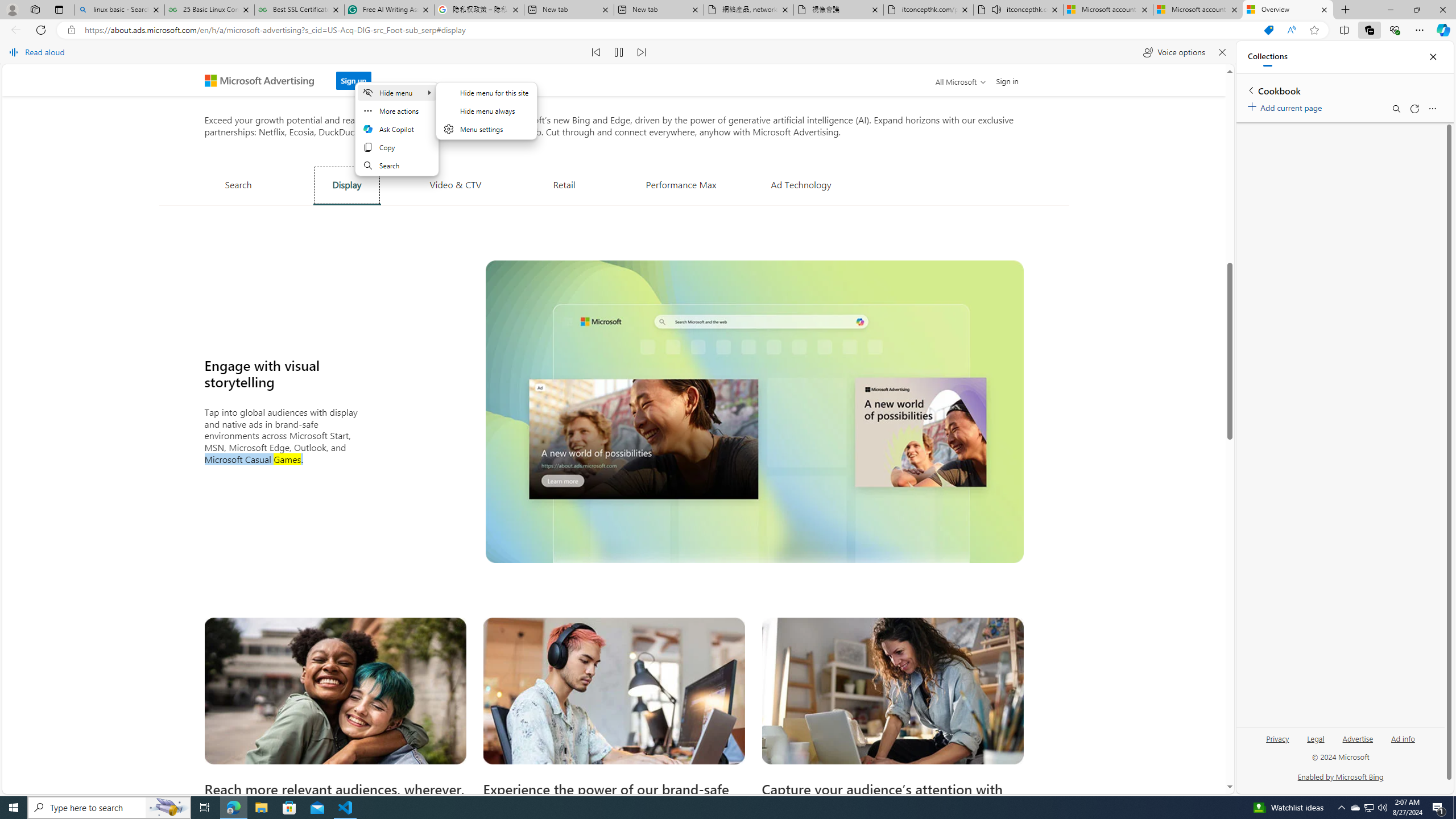 This screenshot has width=1456, height=819. Describe the element at coordinates (801, 184) in the screenshot. I see `'Ad Technology'` at that location.